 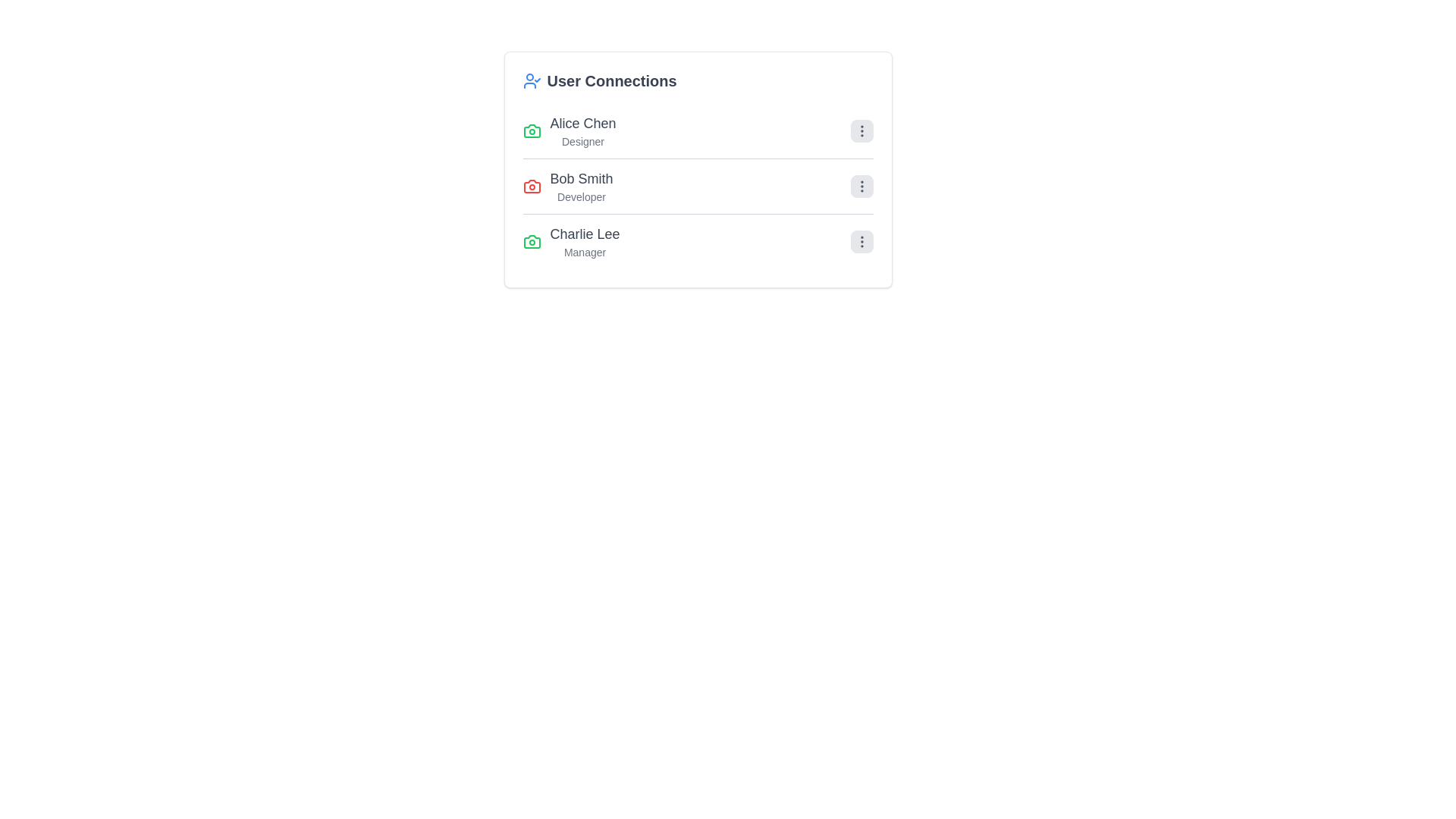 I want to click on the heading text that serves as a title for the user connections section, located at the top of the card structure, to the right of the user-check icon, so click(x=612, y=81).